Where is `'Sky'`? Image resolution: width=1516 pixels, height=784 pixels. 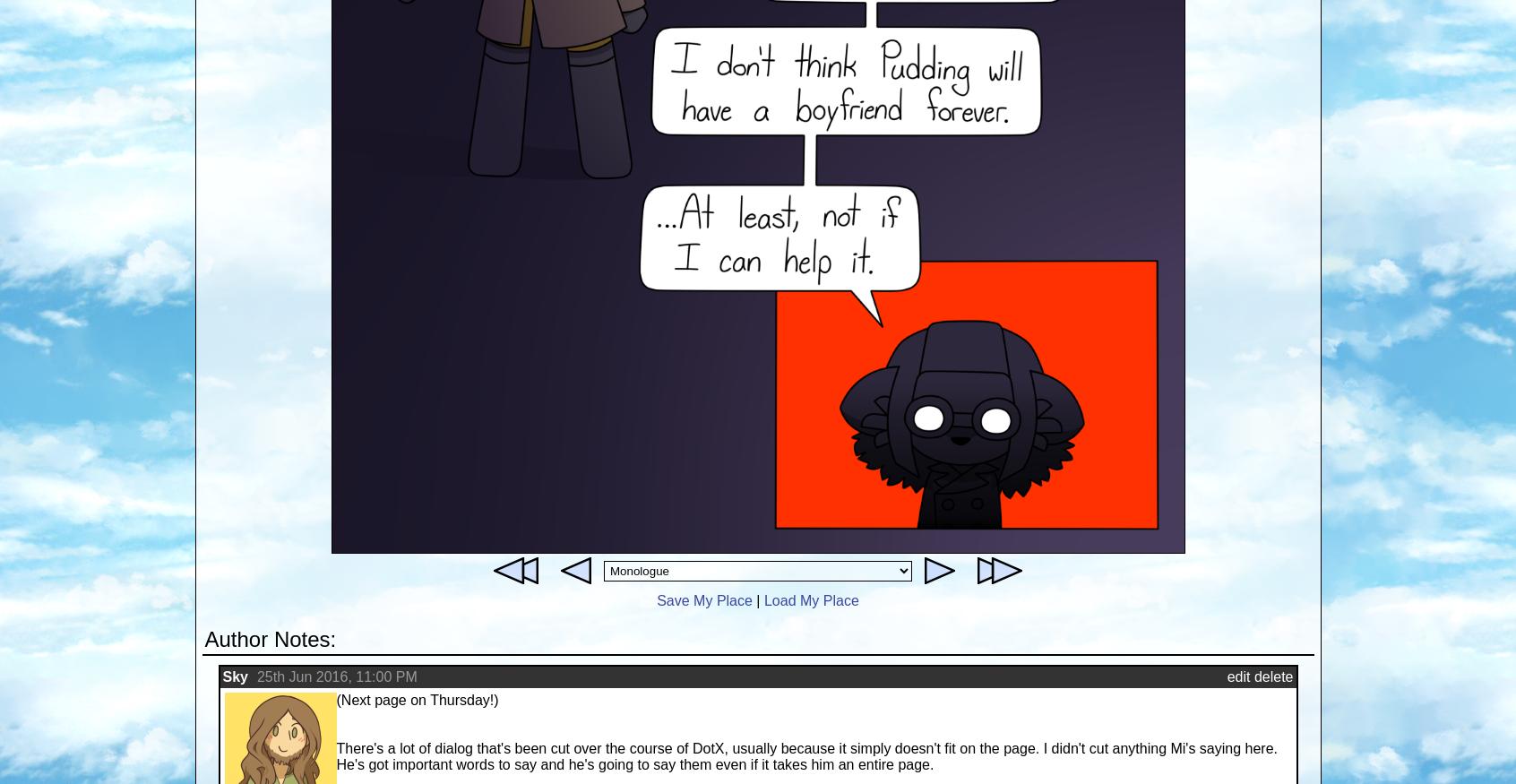
'Sky' is located at coordinates (234, 676).